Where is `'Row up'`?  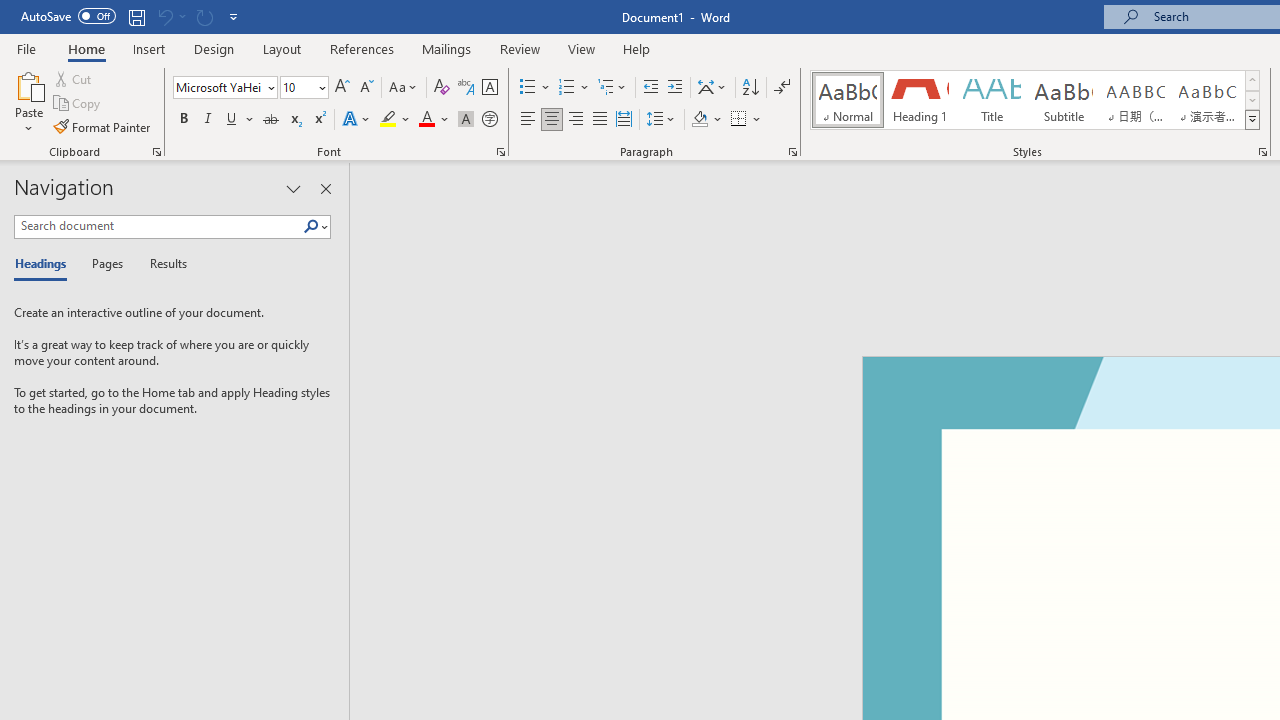 'Row up' is located at coordinates (1251, 79).